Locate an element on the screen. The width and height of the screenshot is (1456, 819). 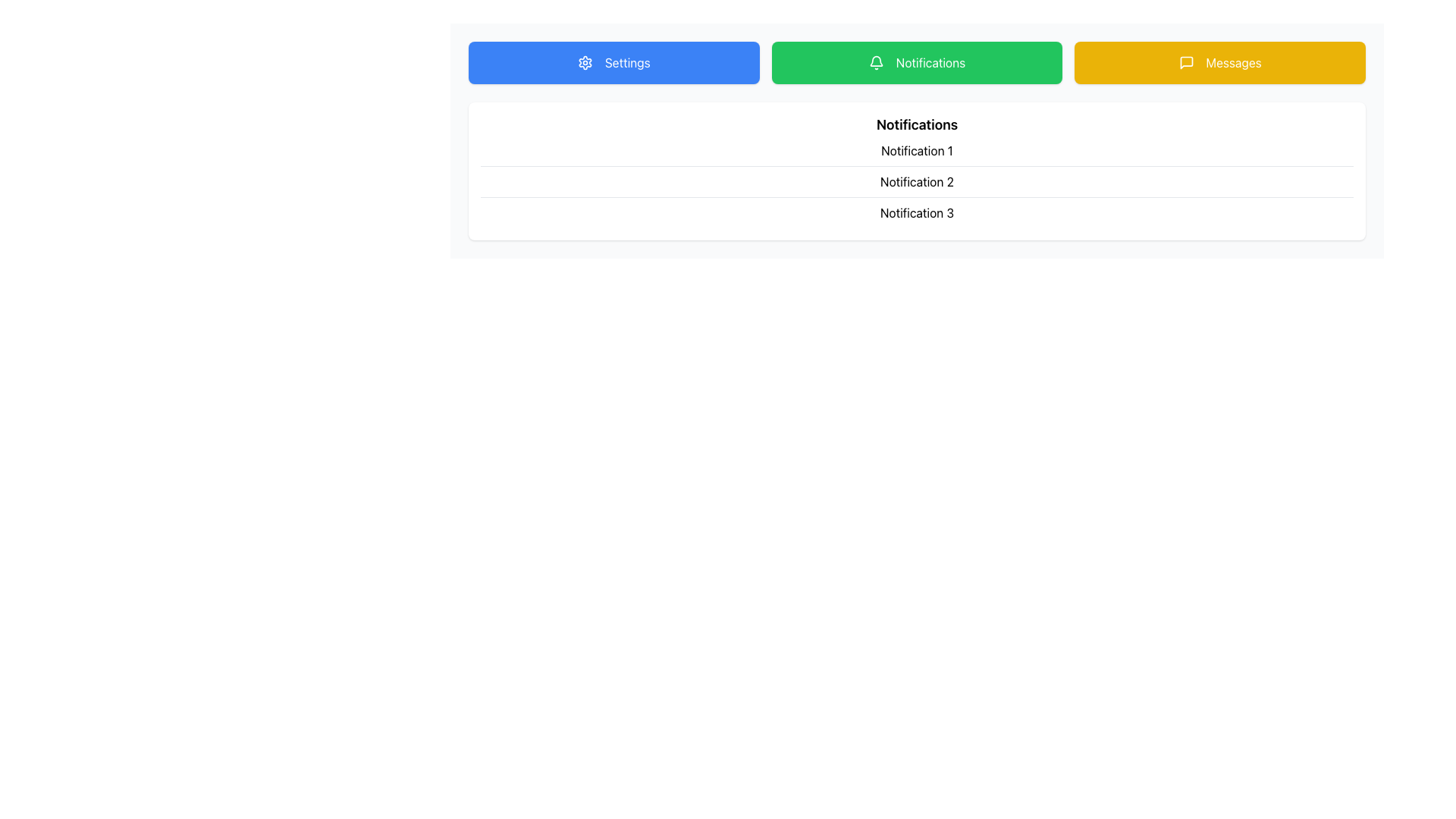
the 'Settings' button, which is a rectangular button with a blue background and white text, featuring a cogwheel icon to its left, located at the top of the view is located at coordinates (613, 62).